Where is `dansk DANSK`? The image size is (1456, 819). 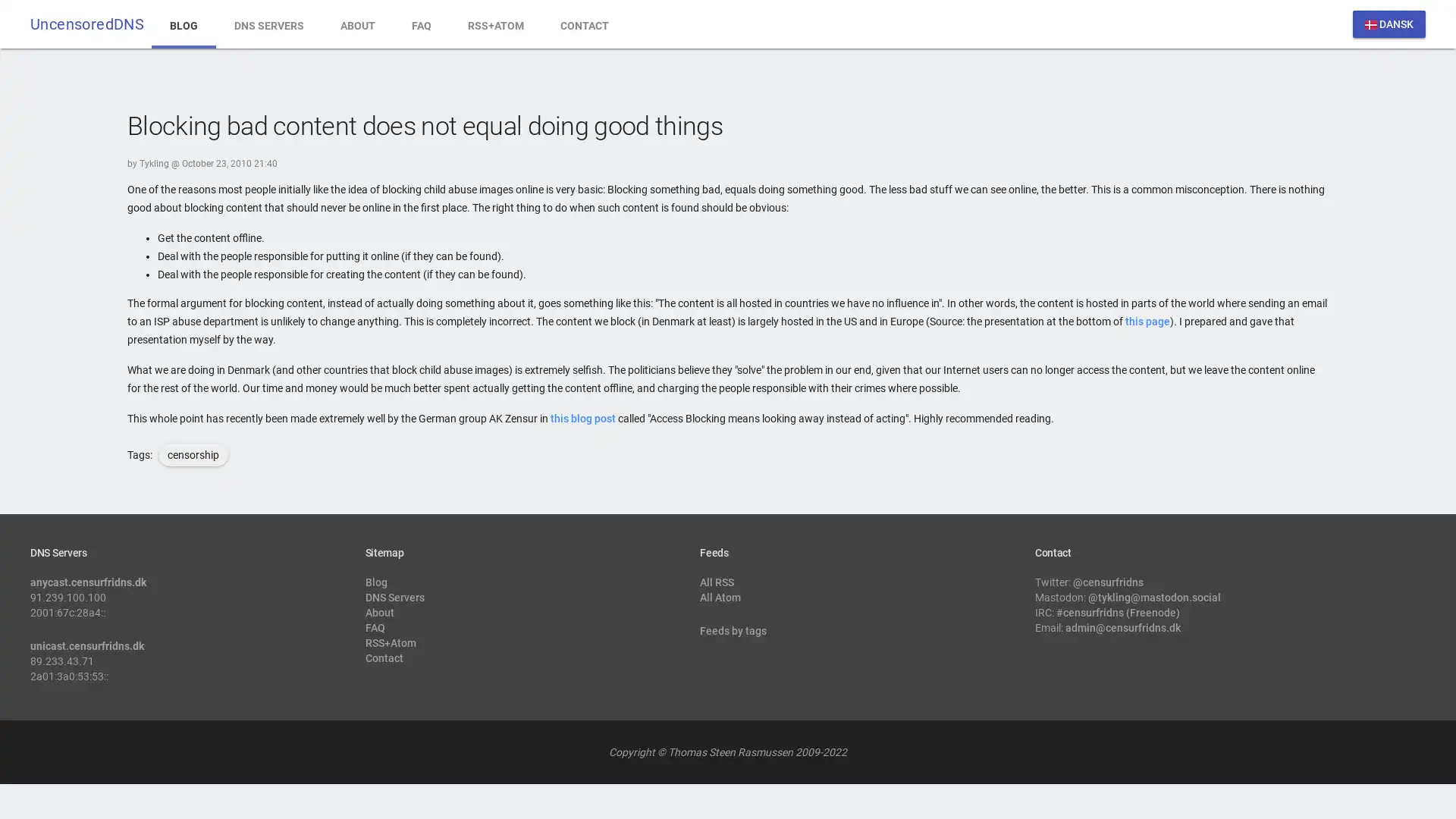 dansk DANSK is located at coordinates (1389, 24).